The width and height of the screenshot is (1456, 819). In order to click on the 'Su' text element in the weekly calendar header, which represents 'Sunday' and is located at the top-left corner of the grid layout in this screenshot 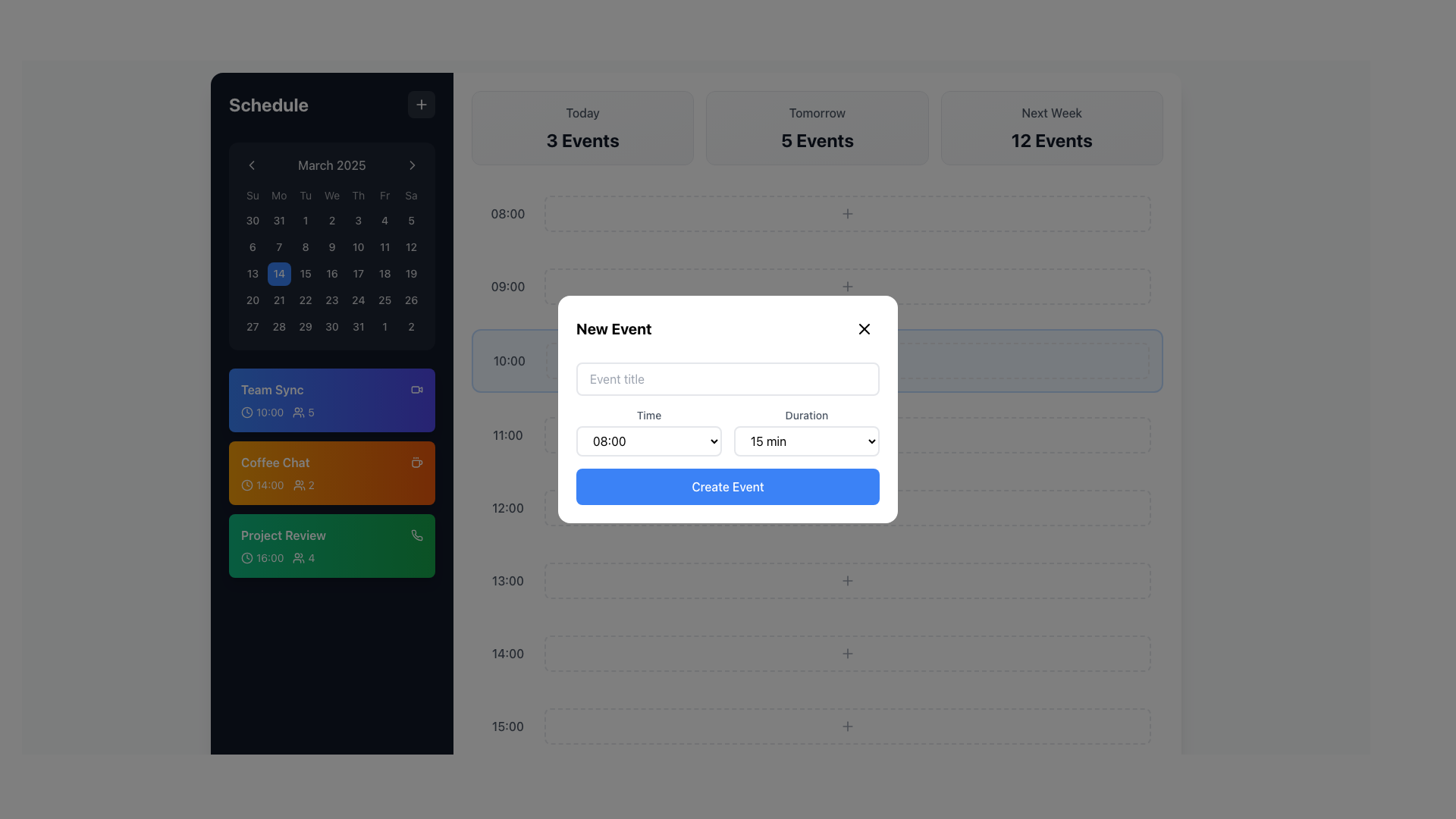, I will do `click(253, 195)`.